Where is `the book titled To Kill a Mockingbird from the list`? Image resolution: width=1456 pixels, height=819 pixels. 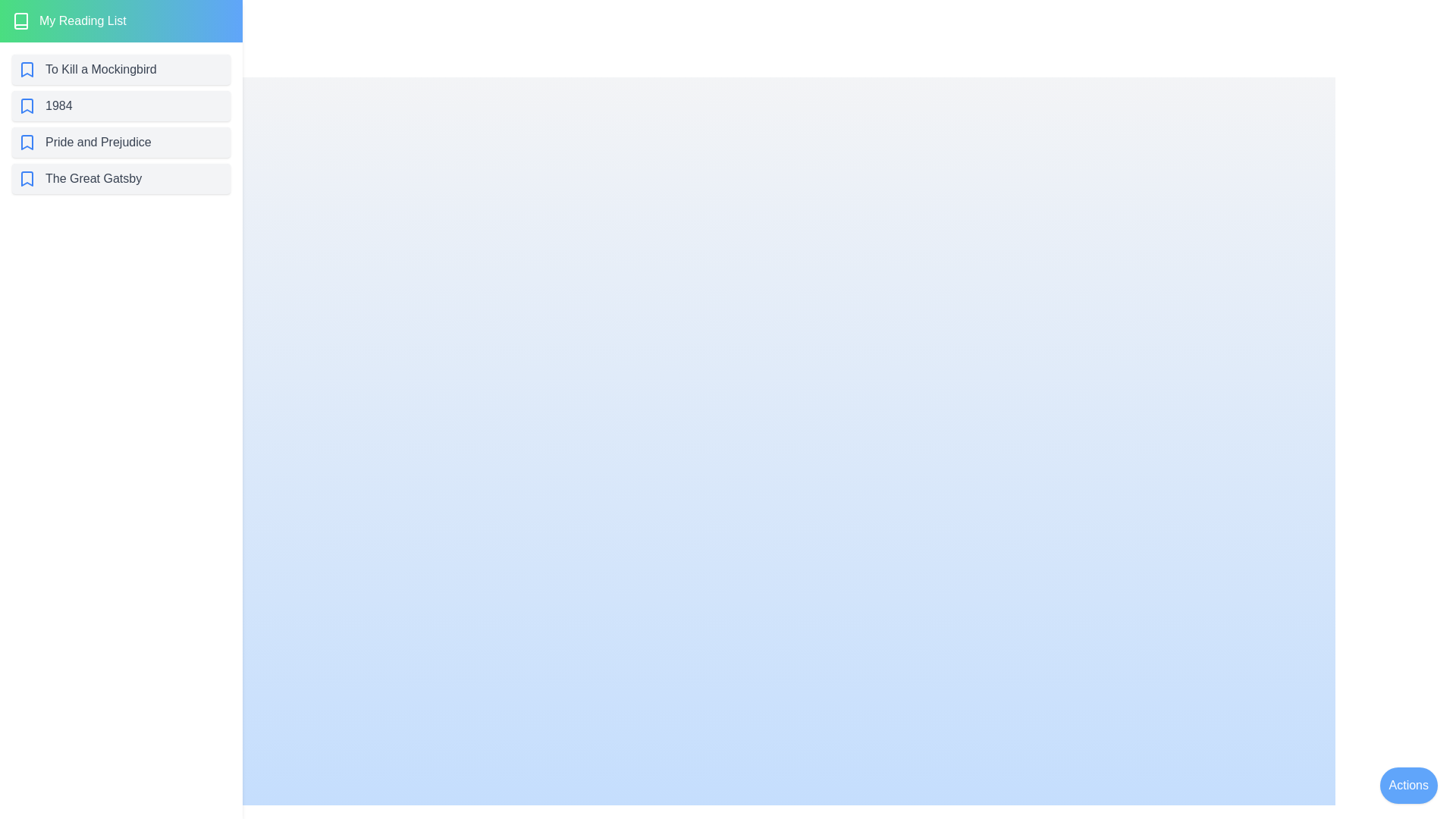 the book titled To Kill a Mockingbird from the list is located at coordinates (120, 70).